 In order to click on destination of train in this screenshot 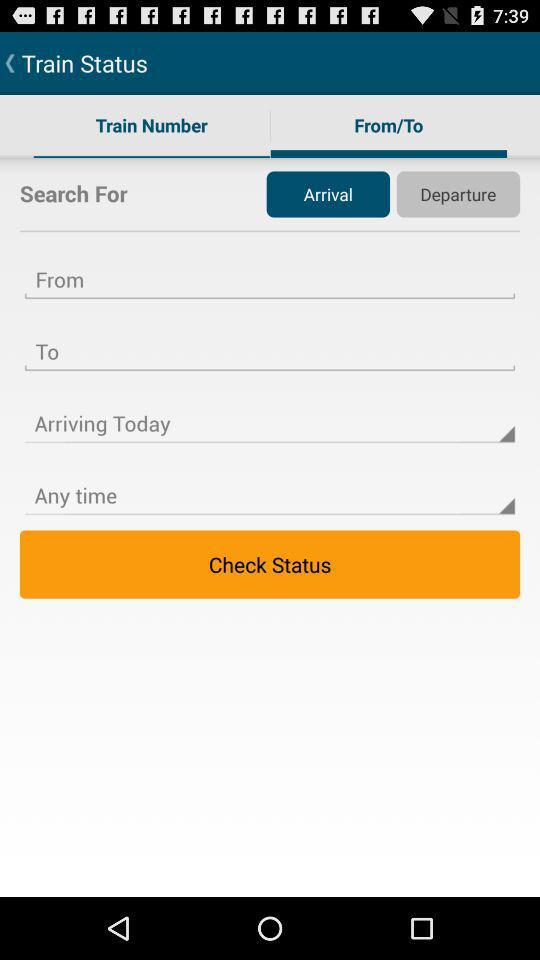, I will do `click(270, 339)`.